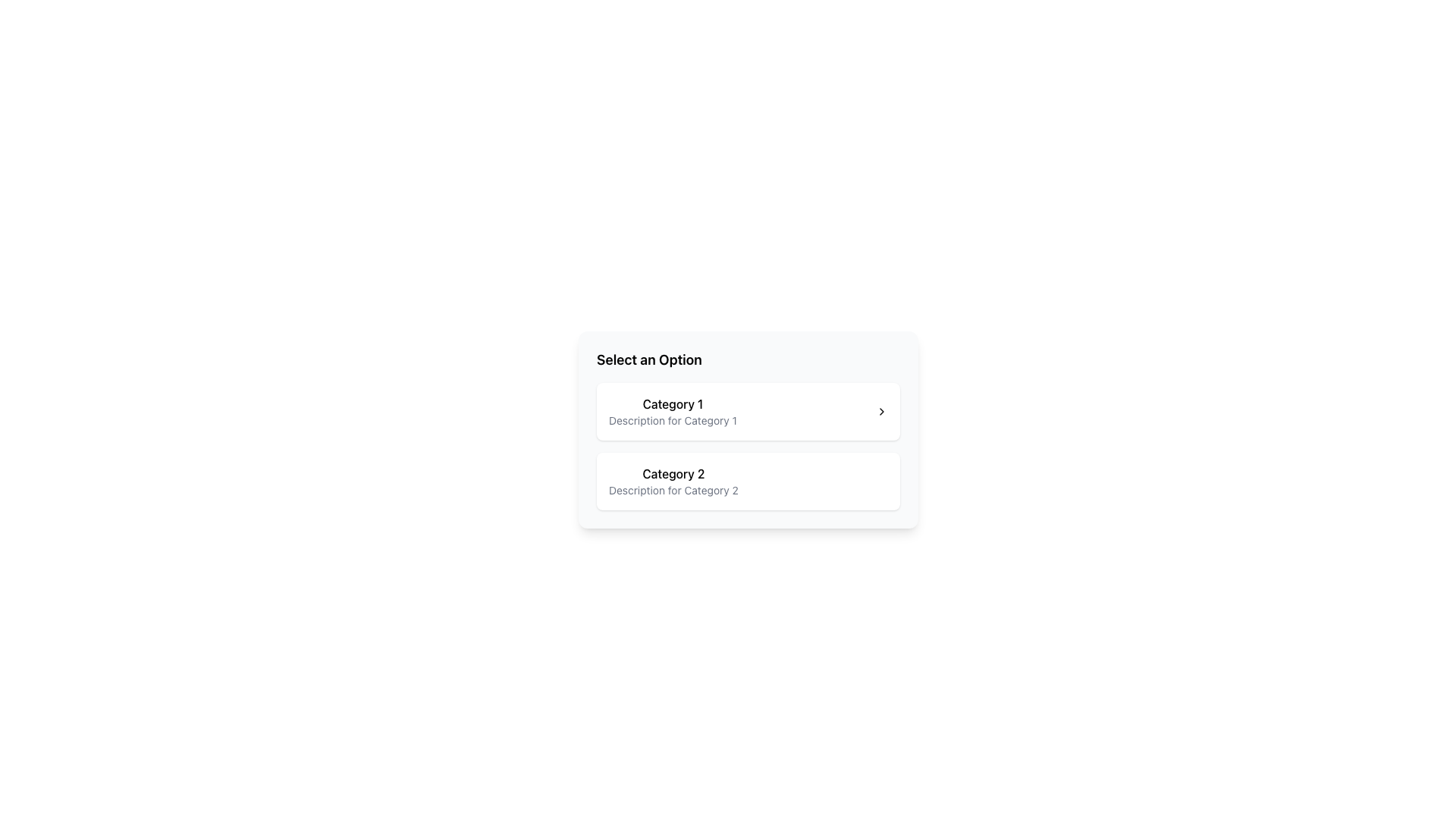 The image size is (1456, 819). I want to click on supporting text located directly under 'Category 1' in the first selection card of the options list, so click(672, 421).